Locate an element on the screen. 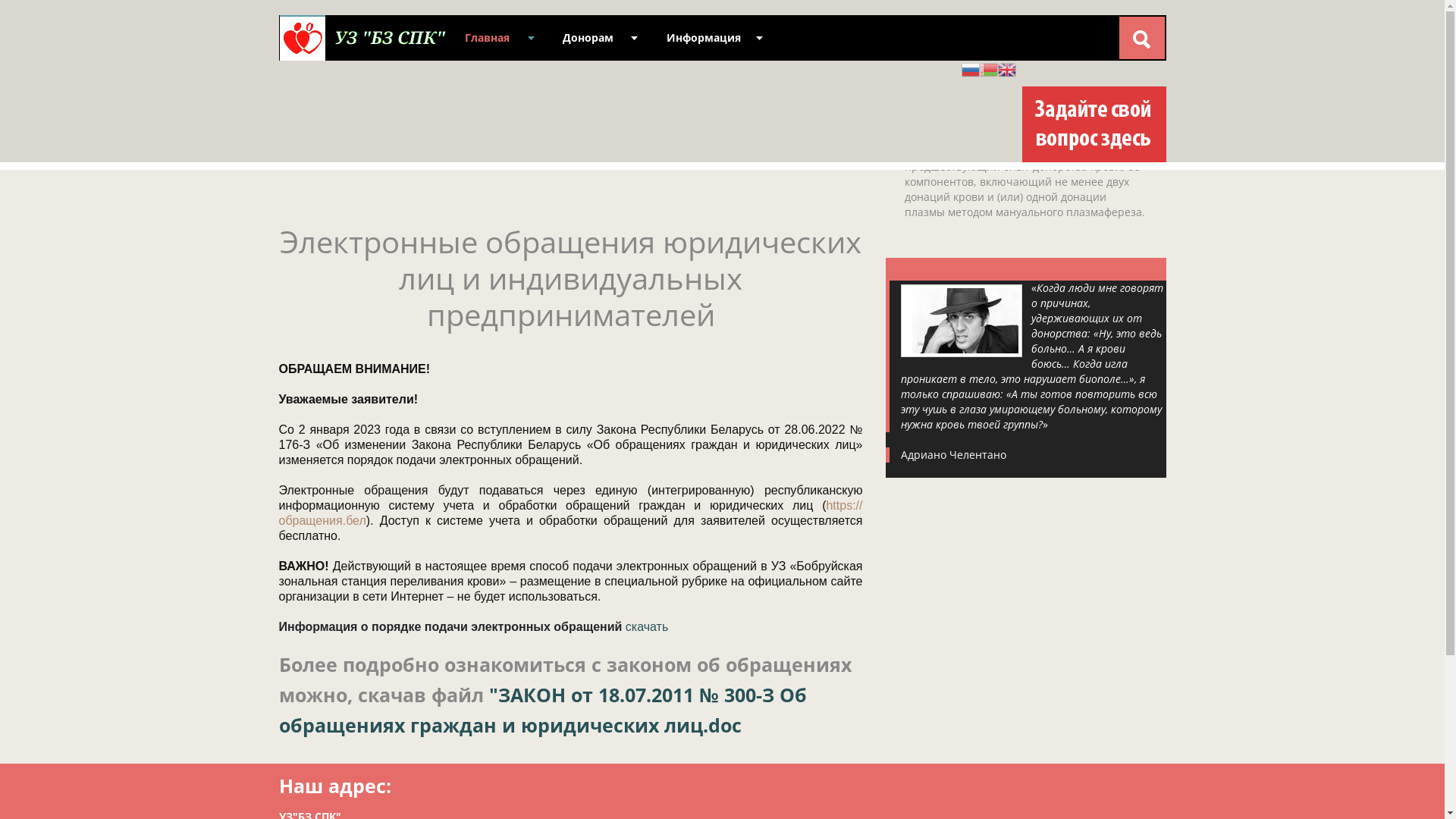  'Russian' is located at coordinates (971, 68).